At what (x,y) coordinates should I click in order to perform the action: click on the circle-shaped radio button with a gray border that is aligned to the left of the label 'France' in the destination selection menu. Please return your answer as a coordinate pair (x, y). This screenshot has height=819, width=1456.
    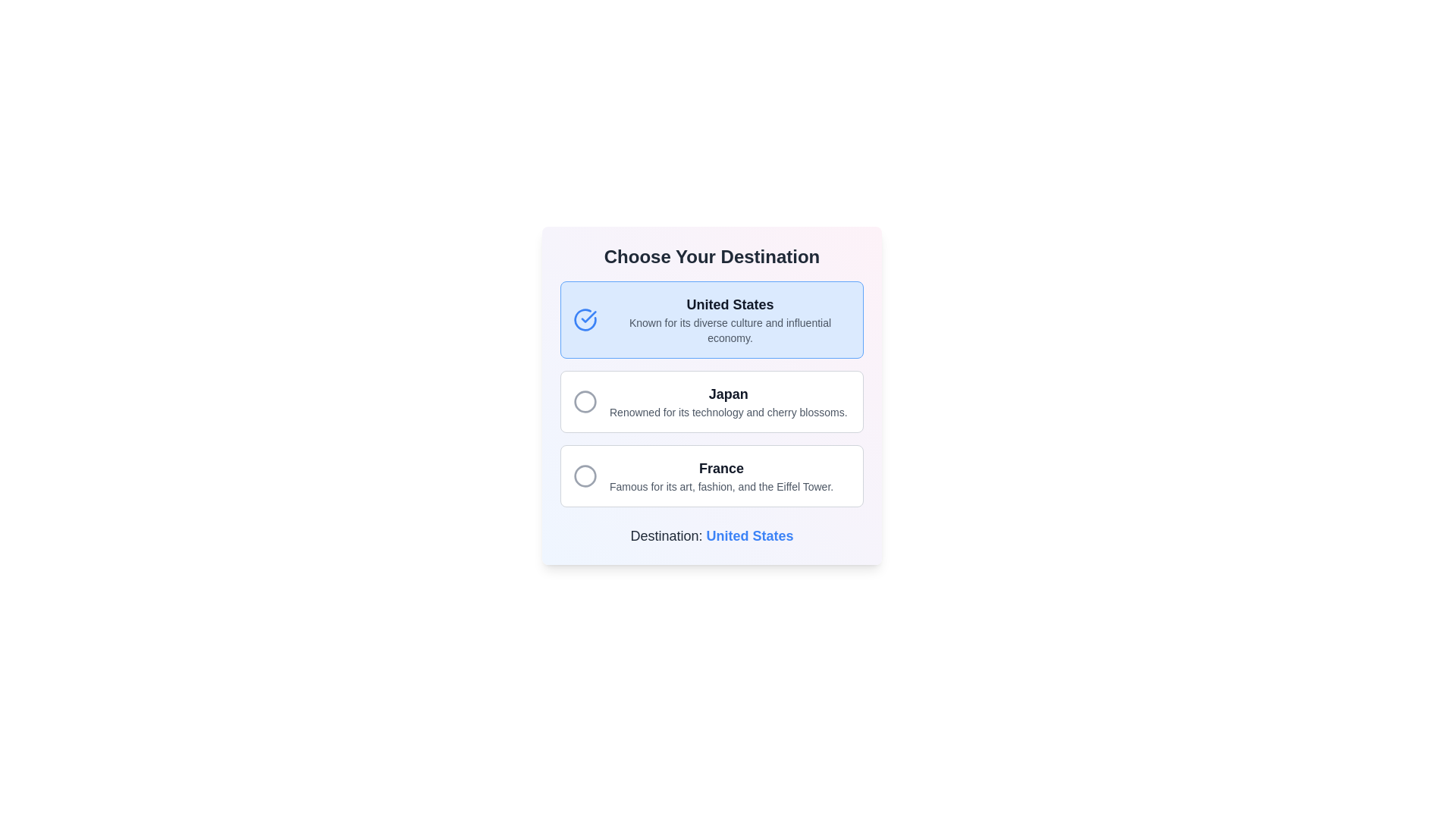
    Looking at the image, I should click on (585, 475).